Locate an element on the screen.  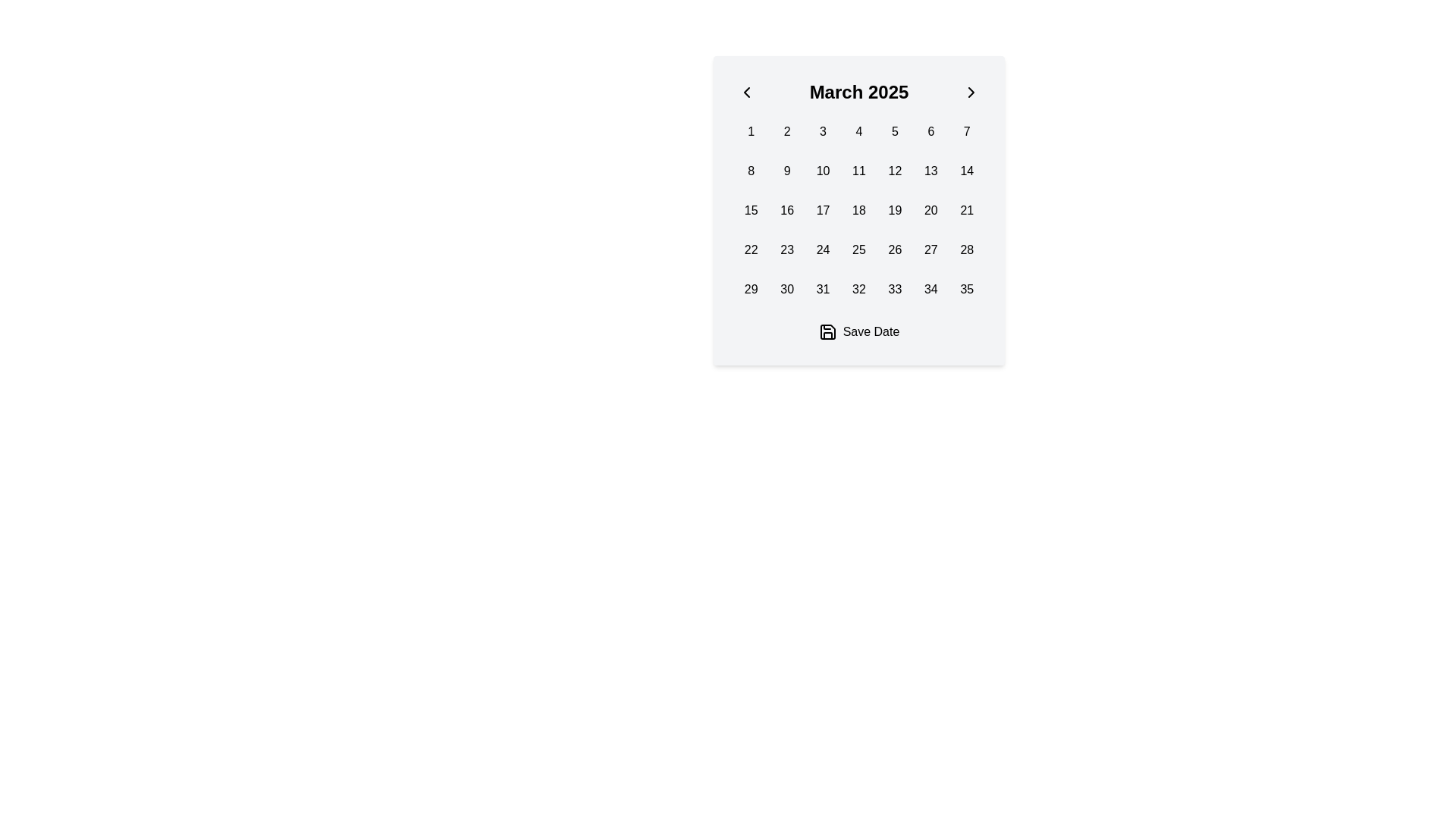
the button in the sixth column of the last row of the calendar is located at coordinates (930, 289).